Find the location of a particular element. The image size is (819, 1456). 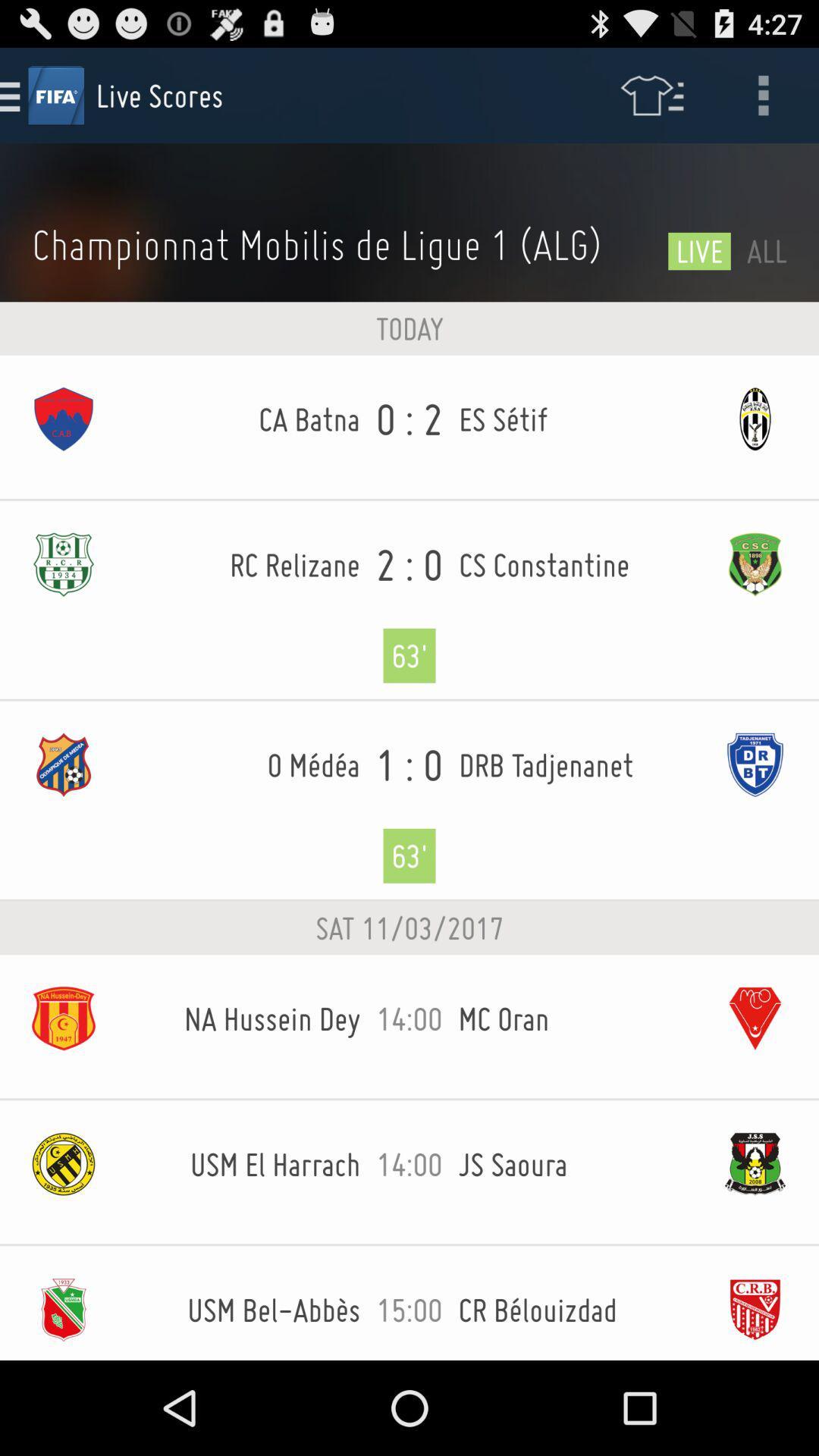

the logo left to live scores is located at coordinates (55, 94).